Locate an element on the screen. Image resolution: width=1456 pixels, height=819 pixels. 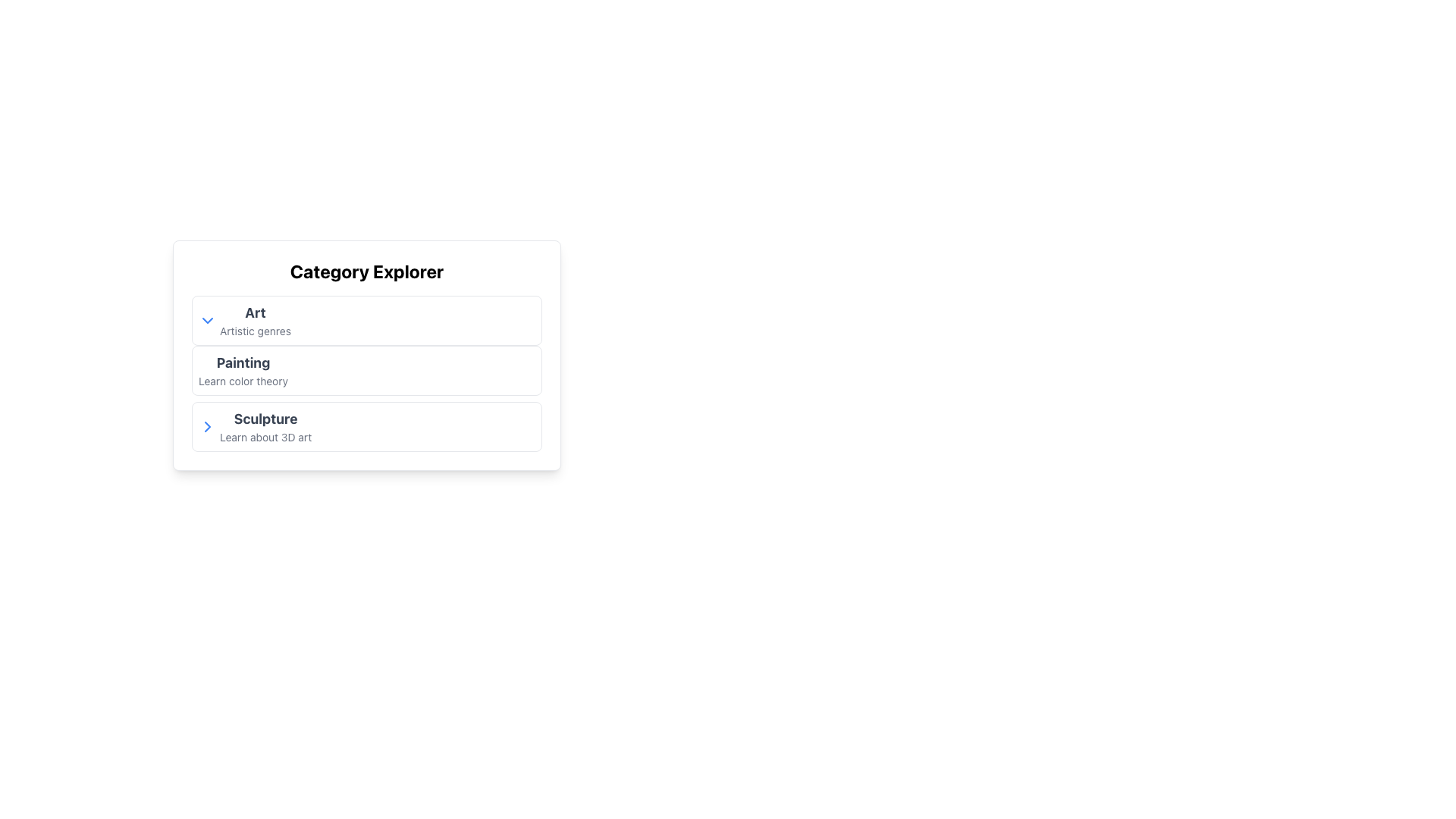
the text label displaying 'Learn about 3D art', which is located beneath the bold 'Sculpture' title in the 'Category Explorer' panel is located at coordinates (265, 438).